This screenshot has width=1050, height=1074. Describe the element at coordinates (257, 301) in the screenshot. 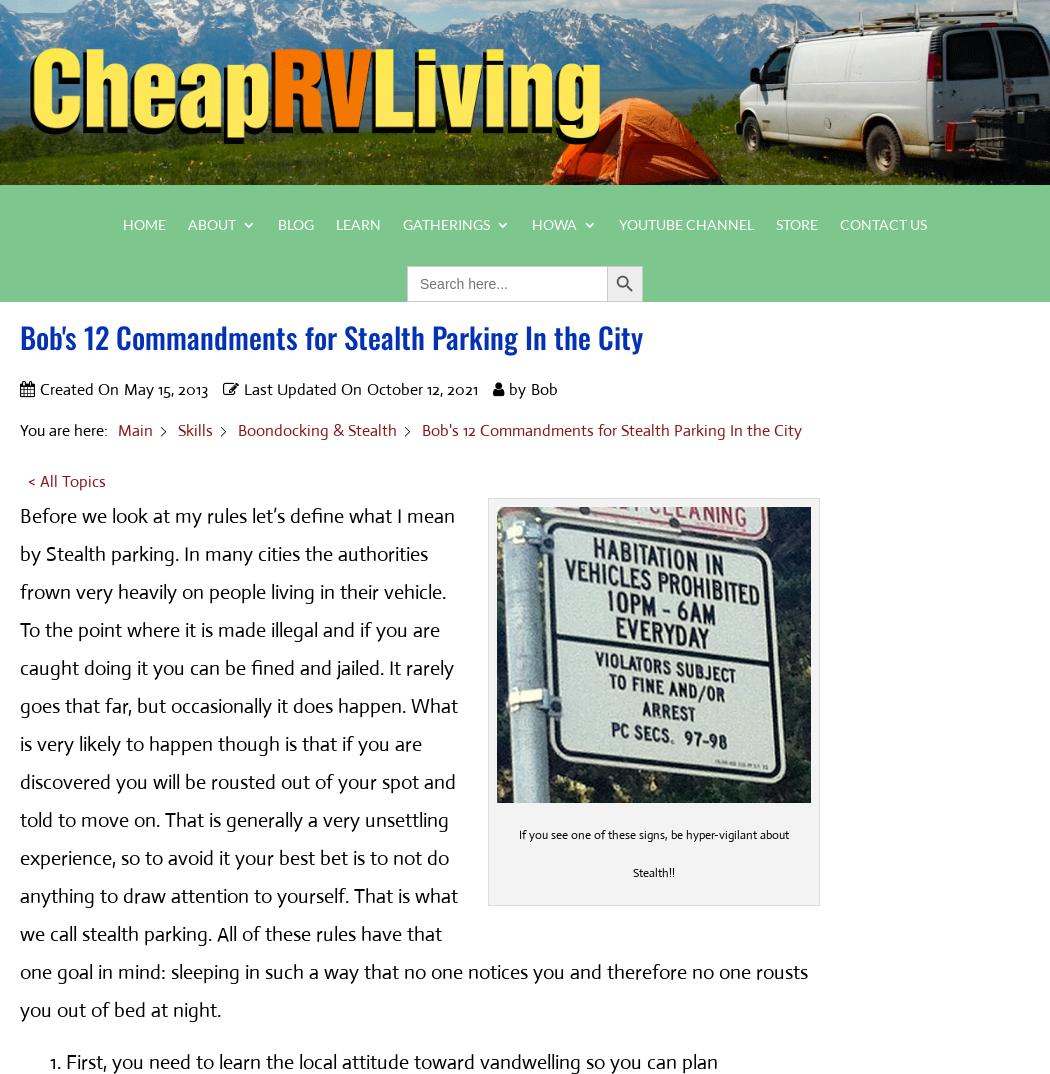

I see `'About Bob'` at that location.